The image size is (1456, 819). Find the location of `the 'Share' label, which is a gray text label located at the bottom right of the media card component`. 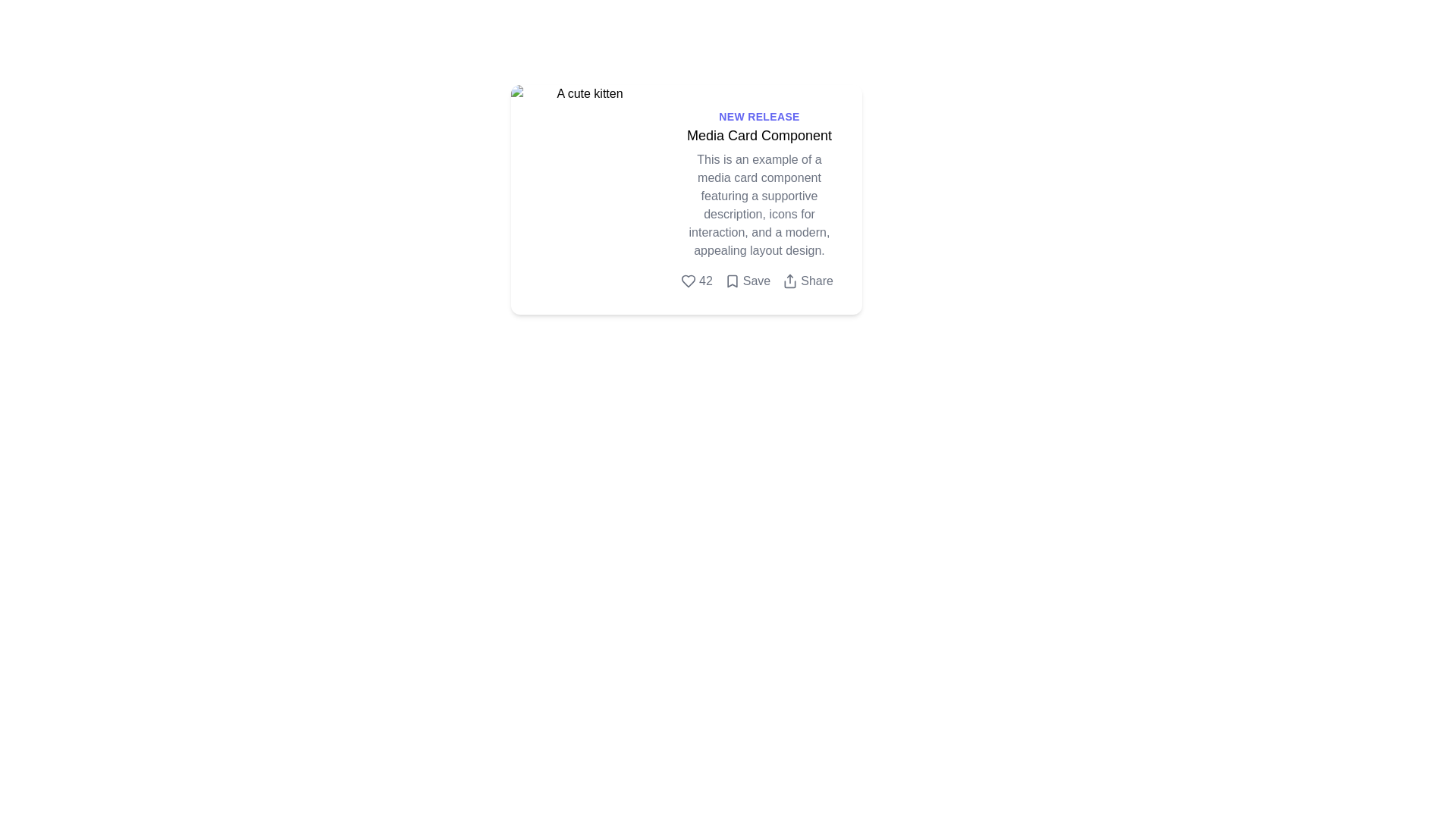

the 'Share' label, which is a gray text label located at the bottom right of the media card component is located at coordinates (816, 281).